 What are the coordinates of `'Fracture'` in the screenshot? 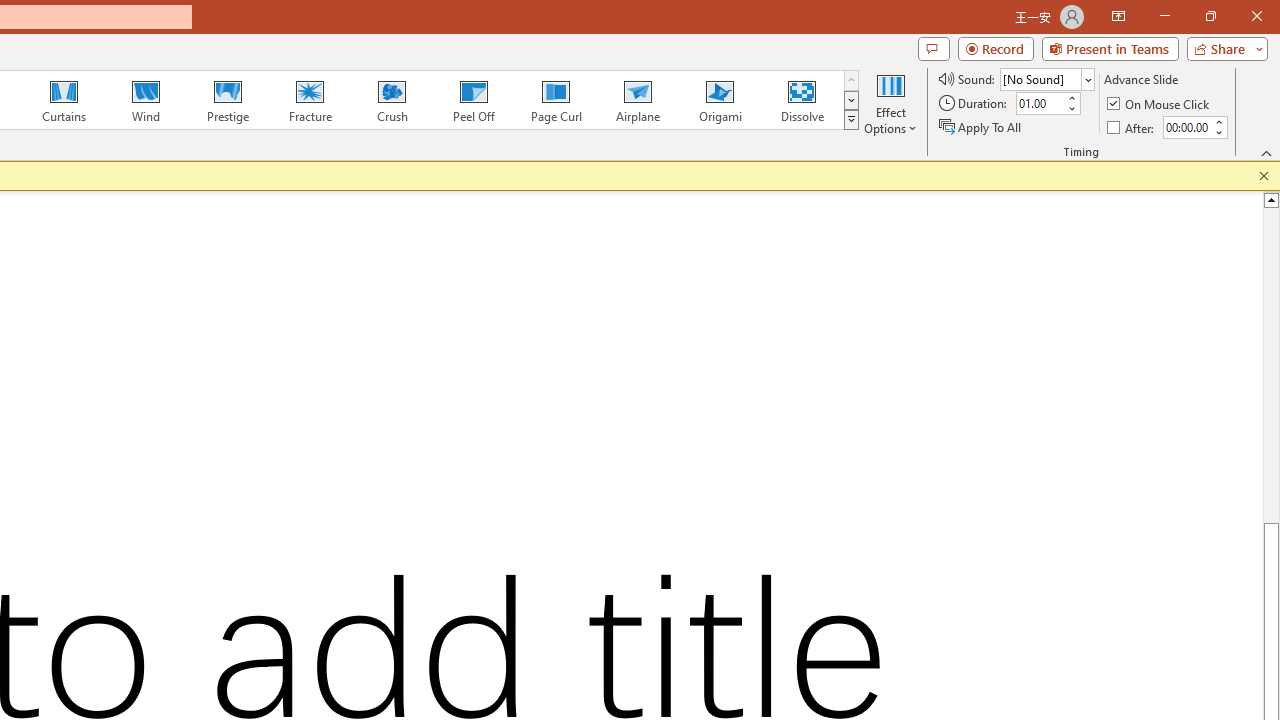 It's located at (308, 100).